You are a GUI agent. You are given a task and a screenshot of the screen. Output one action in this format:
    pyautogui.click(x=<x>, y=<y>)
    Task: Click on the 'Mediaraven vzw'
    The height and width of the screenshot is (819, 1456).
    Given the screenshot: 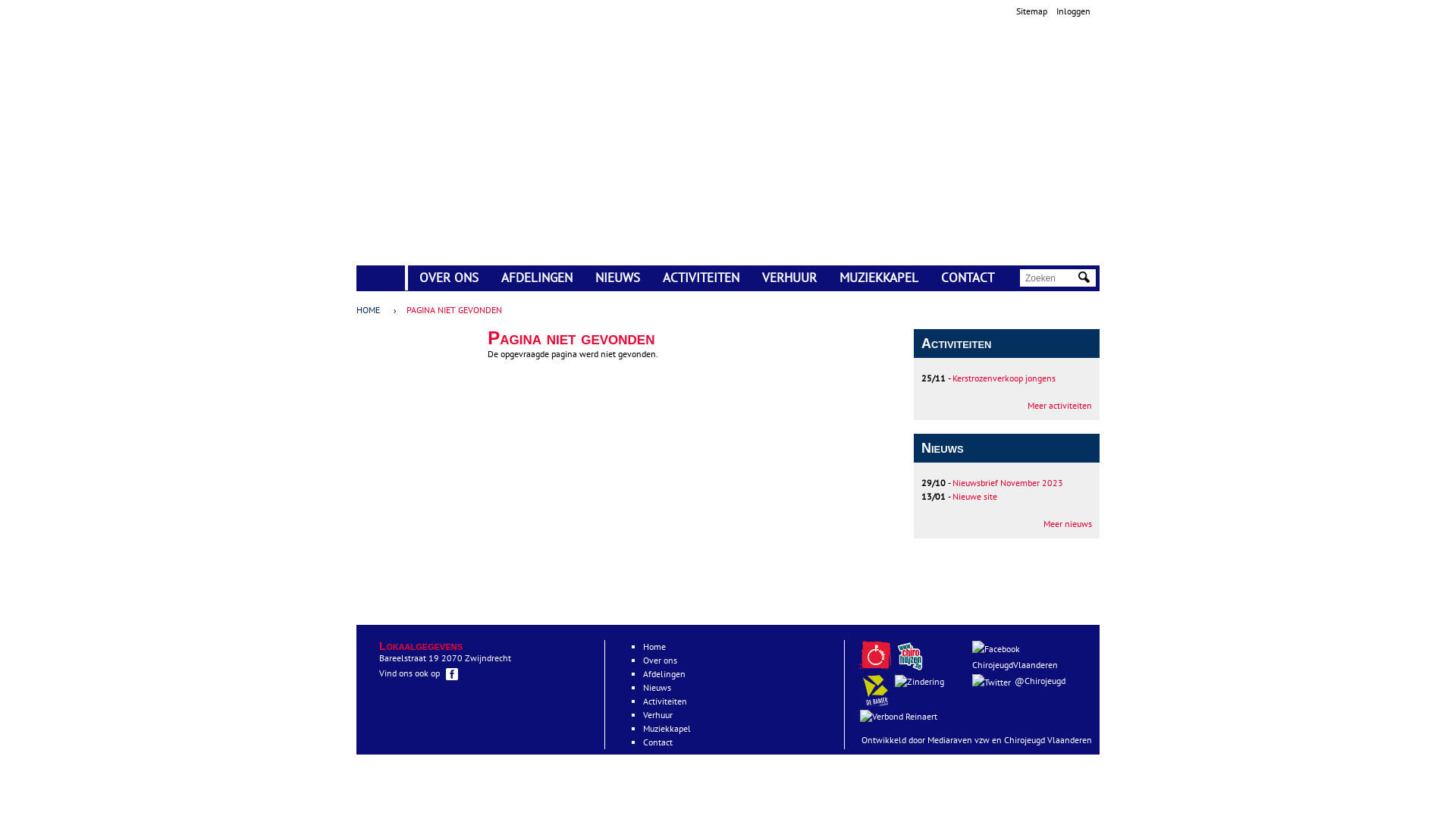 What is the action you would take?
    pyautogui.click(x=957, y=739)
    